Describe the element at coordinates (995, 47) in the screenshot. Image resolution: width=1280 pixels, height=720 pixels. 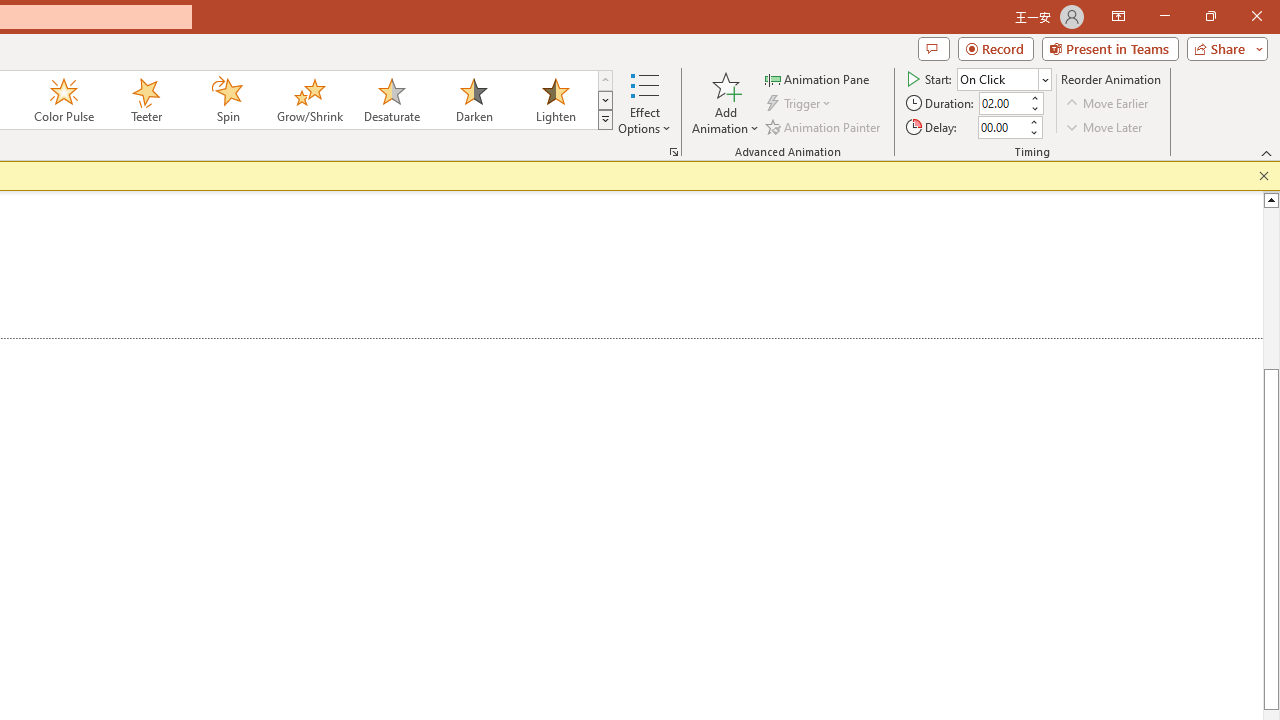
I see `'Record'` at that location.